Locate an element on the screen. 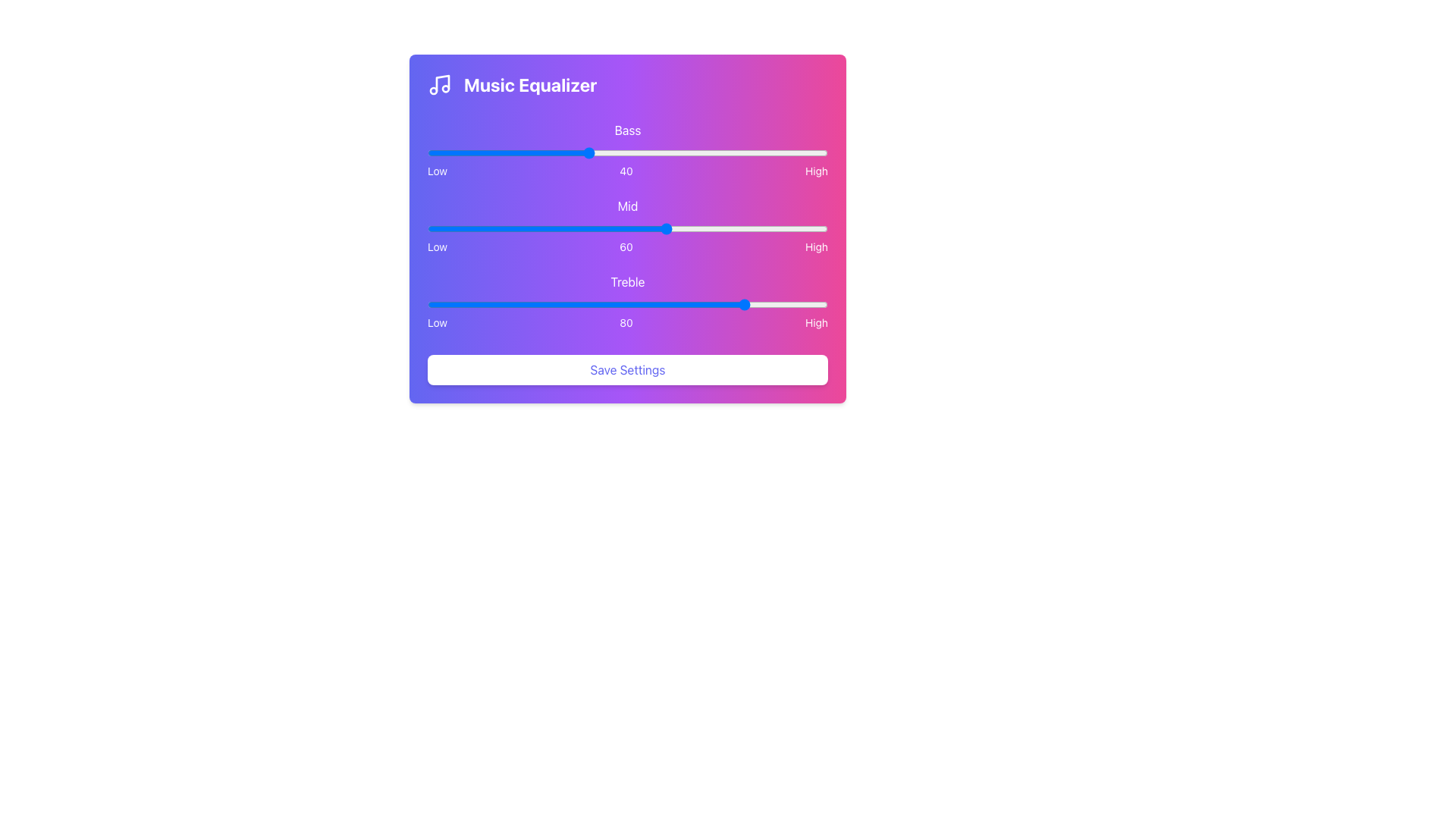  the bass level is located at coordinates (491, 152).